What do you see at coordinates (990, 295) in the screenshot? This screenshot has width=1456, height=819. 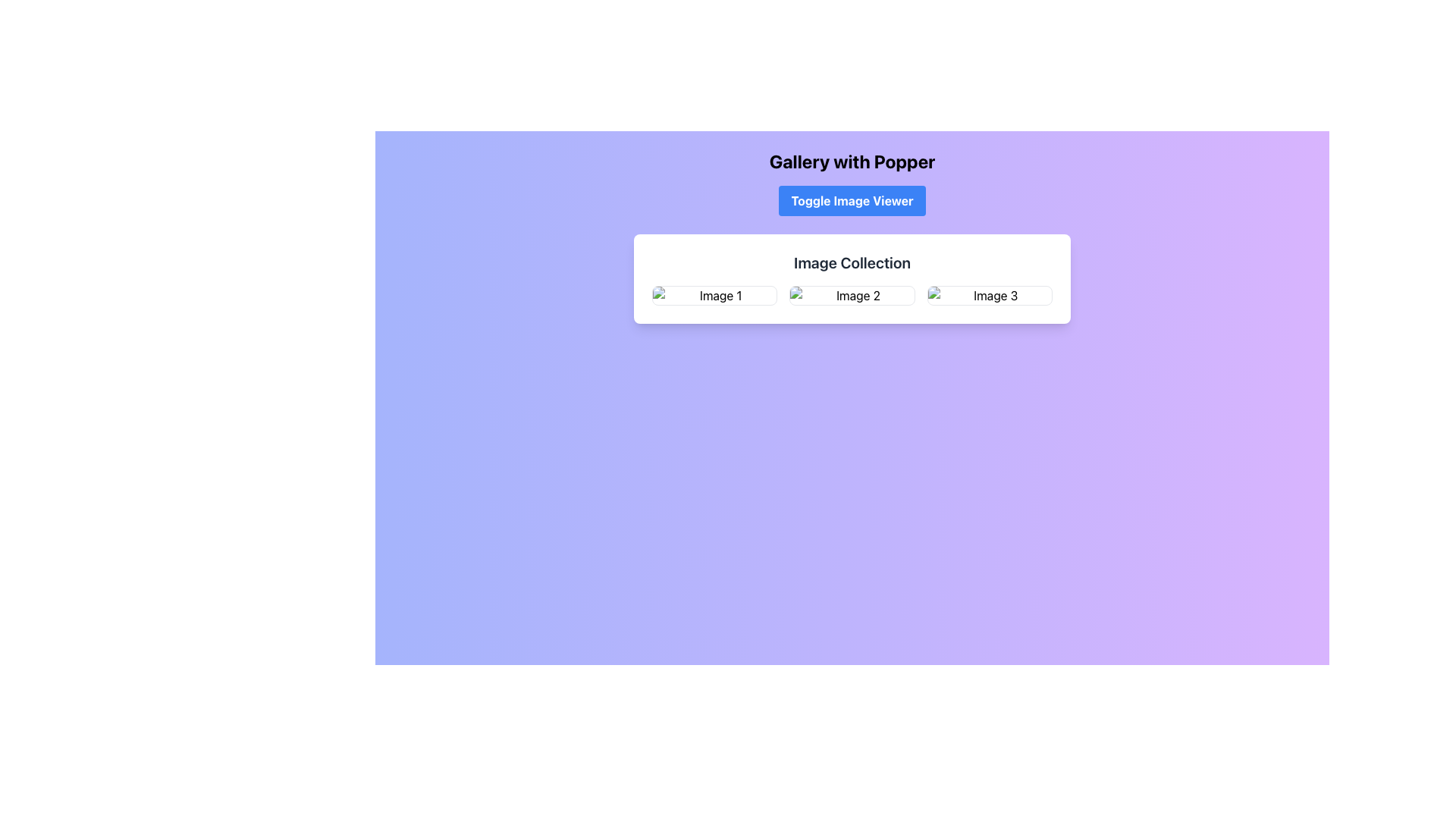 I see `the image labeled 'Image 3' in the 'Image Collection' grid layout, which serves as an interactive UI component` at bounding box center [990, 295].